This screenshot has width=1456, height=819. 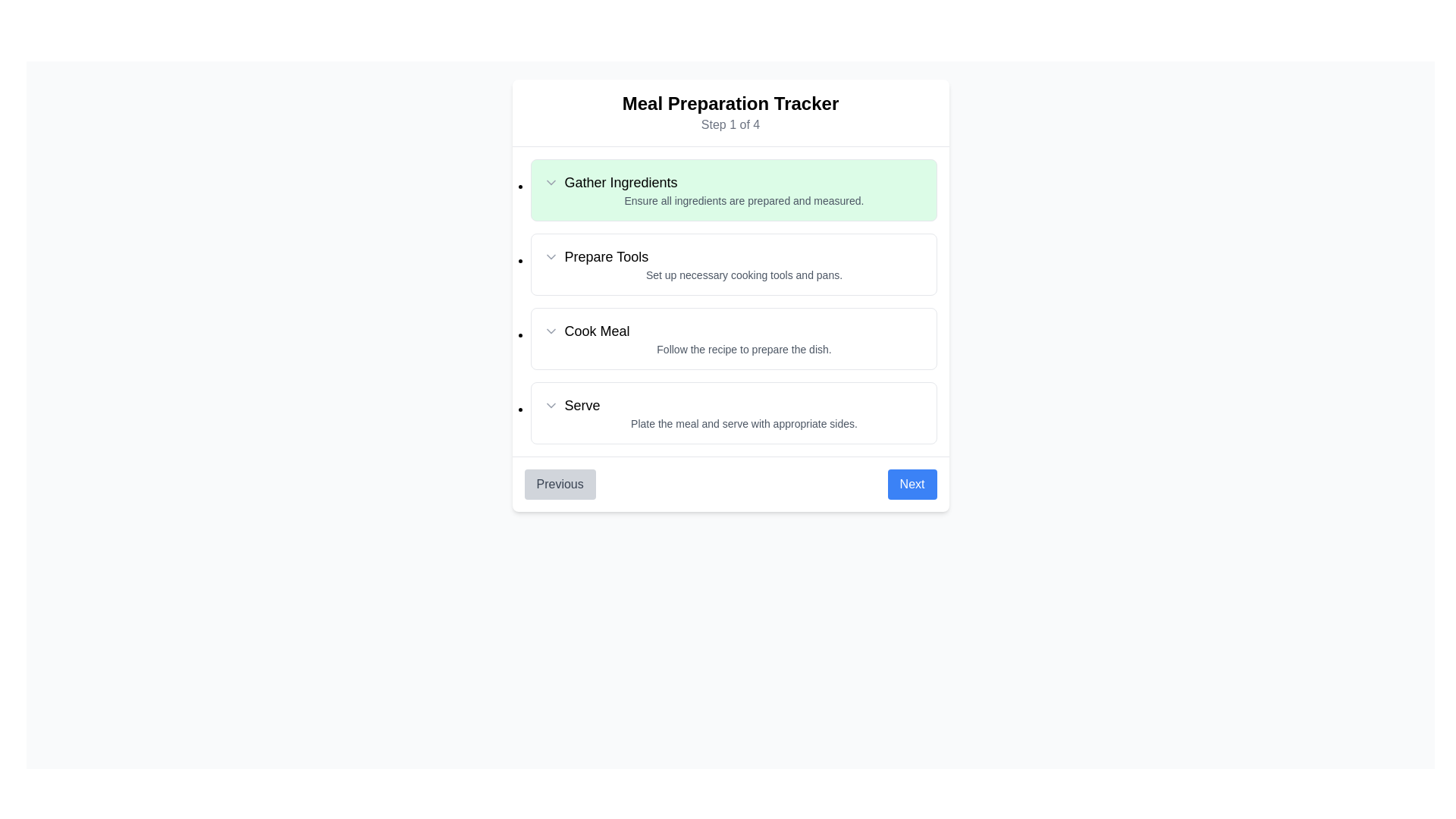 What do you see at coordinates (744, 200) in the screenshot?
I see `the descriptive text label that provides additional details for the 'Gather Ingredients' step in the Meal Preparation Tracker interface` at bounding box center [744, 200].